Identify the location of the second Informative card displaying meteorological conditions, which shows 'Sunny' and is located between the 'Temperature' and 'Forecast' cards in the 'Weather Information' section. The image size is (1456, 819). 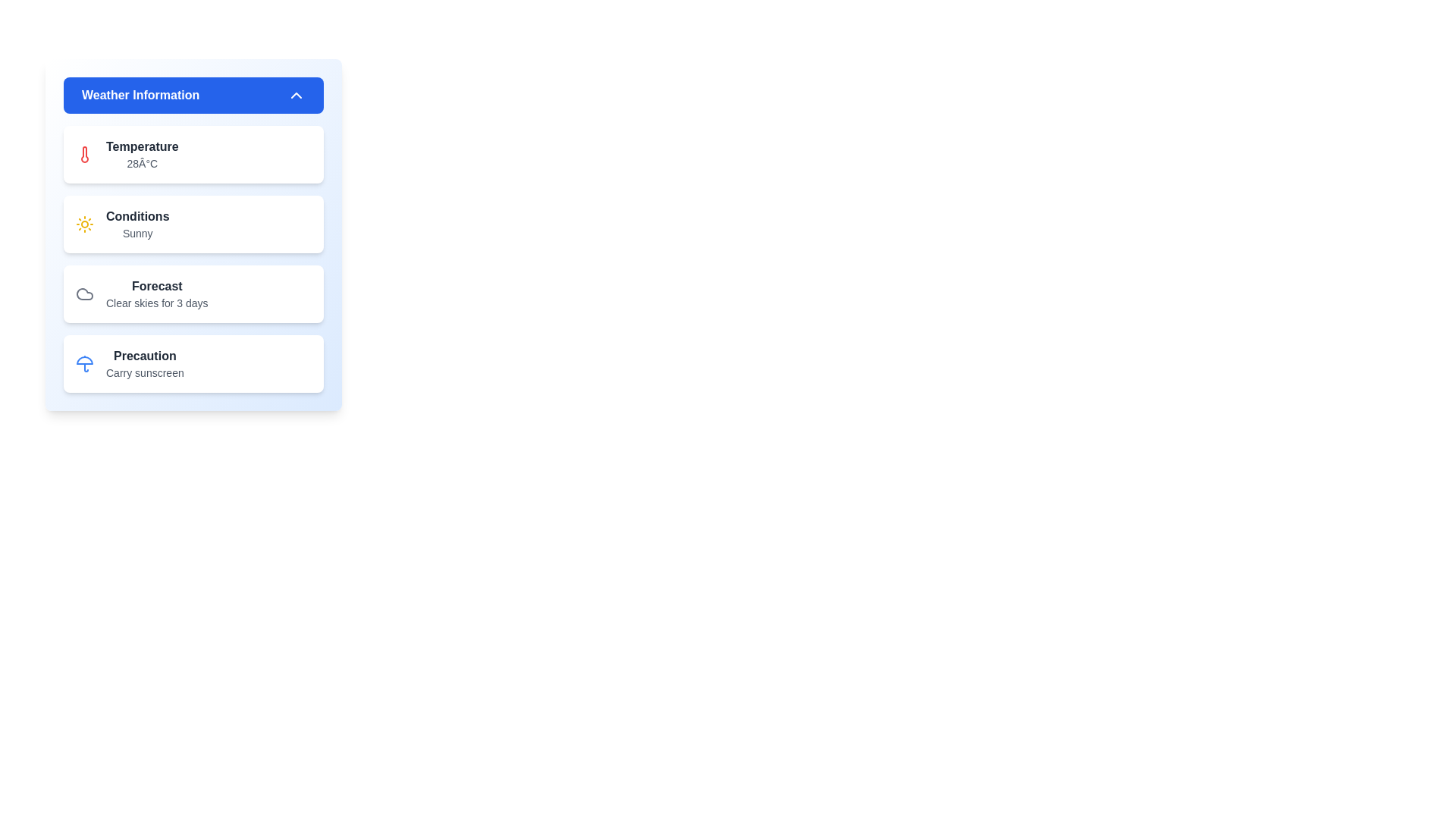
(193, 234).